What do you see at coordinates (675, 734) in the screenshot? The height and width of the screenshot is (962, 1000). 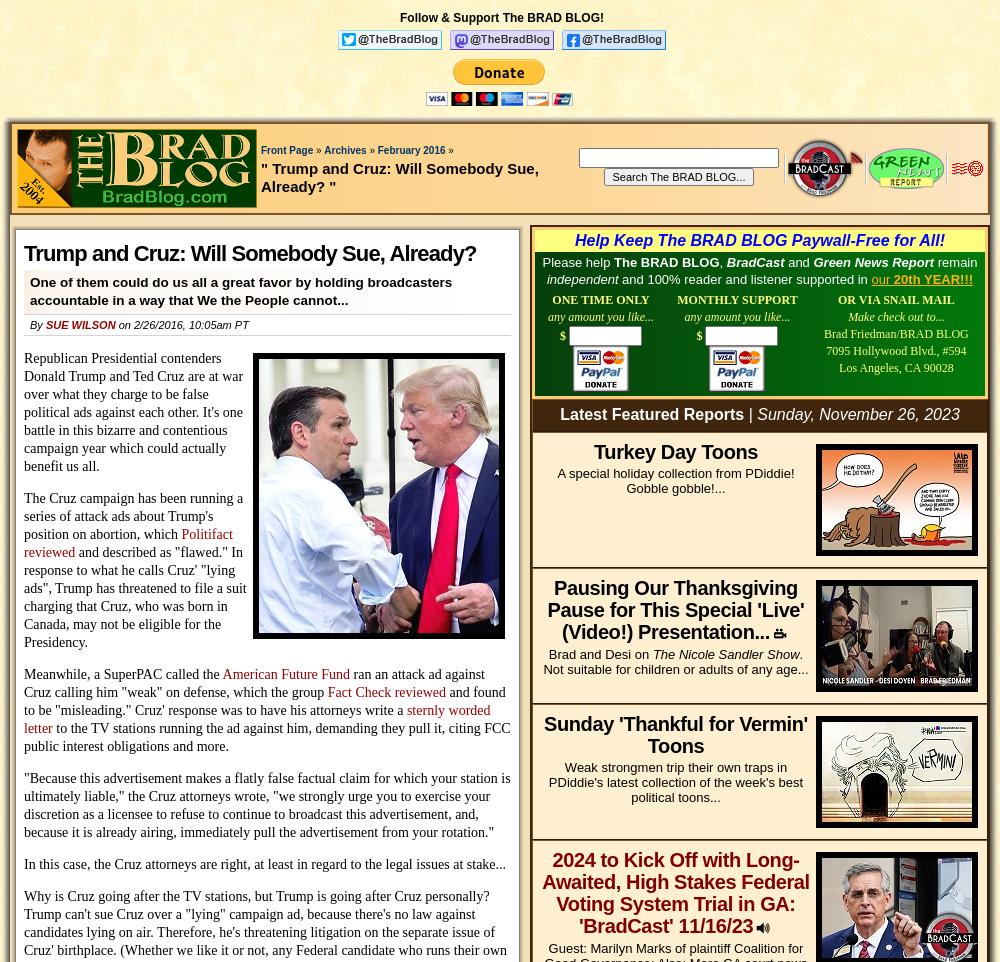 I see `'Sunday 'Thankful for Vermin' Toons'` at bounding box center [675, 734].